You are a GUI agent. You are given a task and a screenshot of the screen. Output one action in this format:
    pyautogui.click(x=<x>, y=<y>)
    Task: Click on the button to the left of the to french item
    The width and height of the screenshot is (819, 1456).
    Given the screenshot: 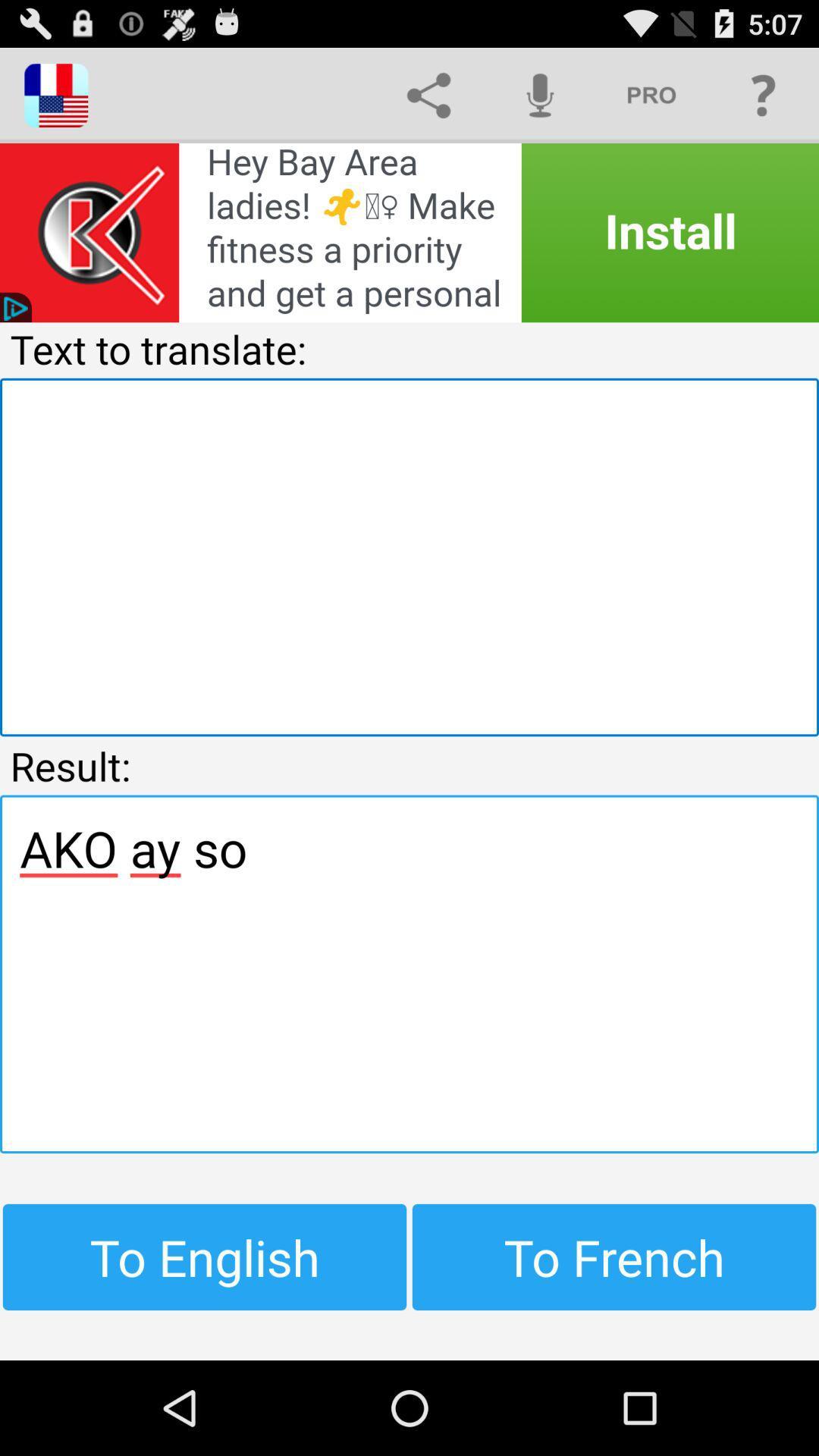 What is the action you would take?
    pyautogui.click(x=205, y=1257)
    